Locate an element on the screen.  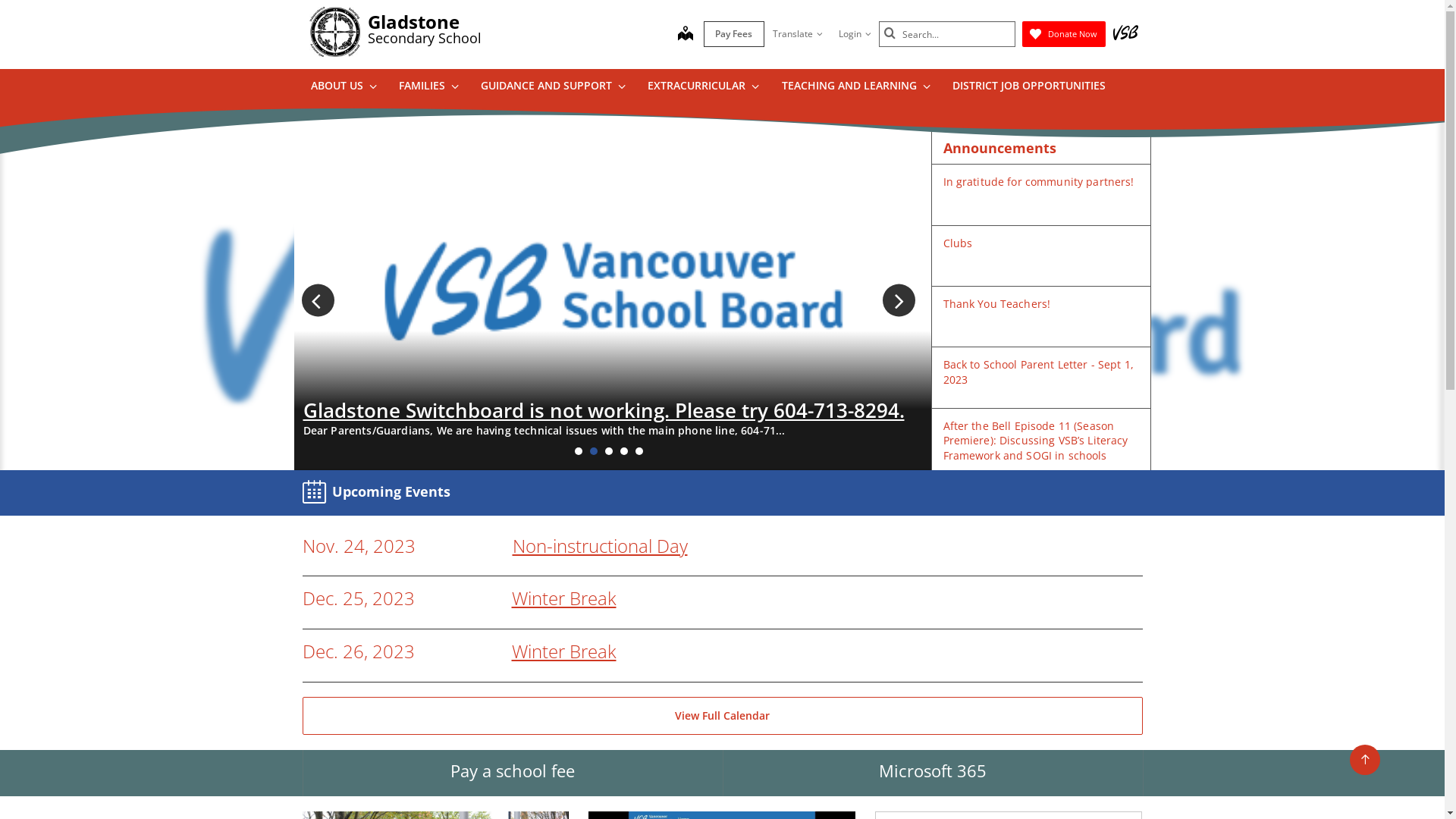
'FAMILIES' is located at coordinates (428, 88).